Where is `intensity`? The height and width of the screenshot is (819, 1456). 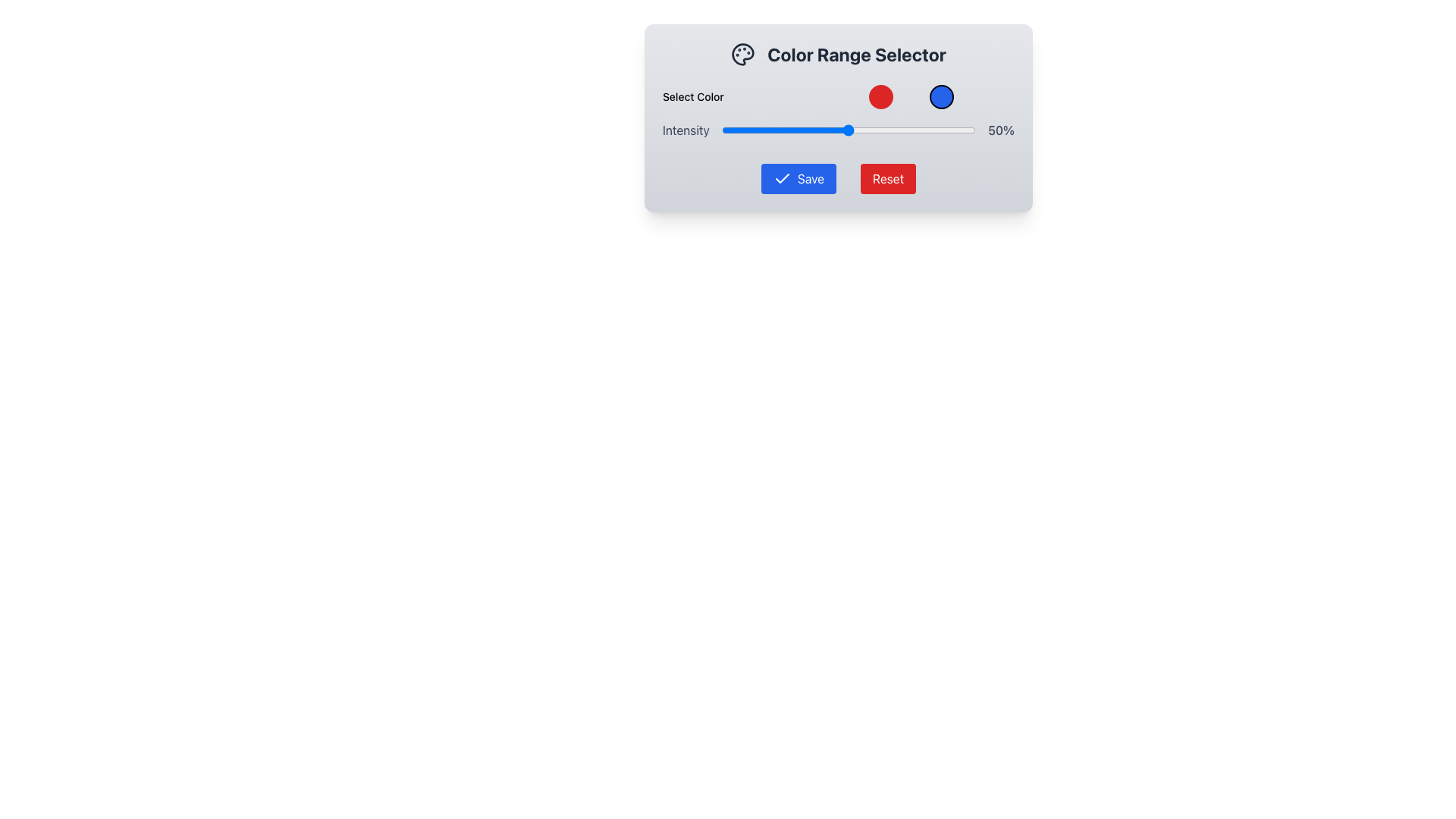
intensity is located at coordinates (749, 130).